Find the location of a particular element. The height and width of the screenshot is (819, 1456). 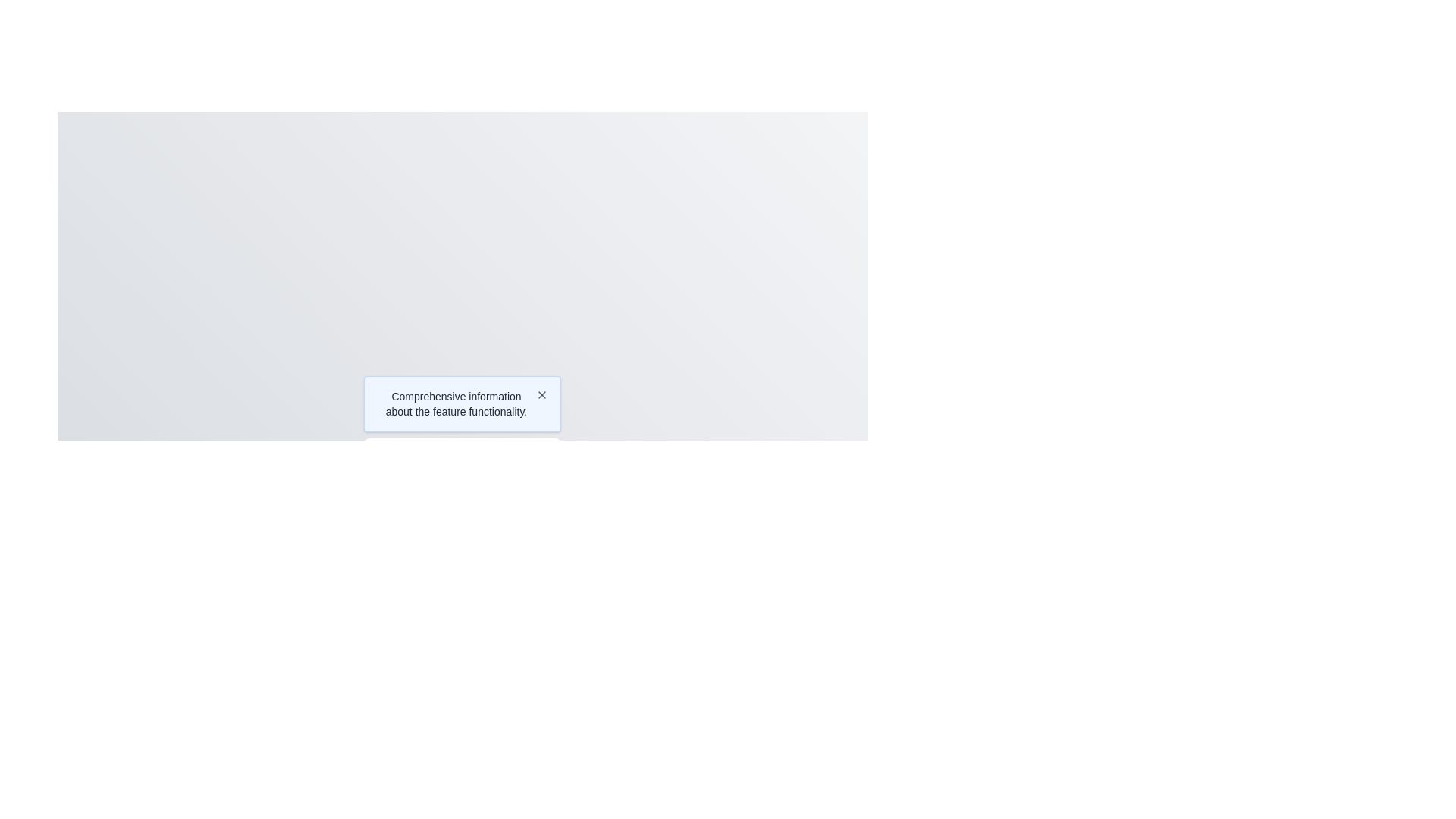

informative text block about the feature's functionality located at the center of the bounding box, which has an interactive icon for additional actions is located at coordinates (461, 403).